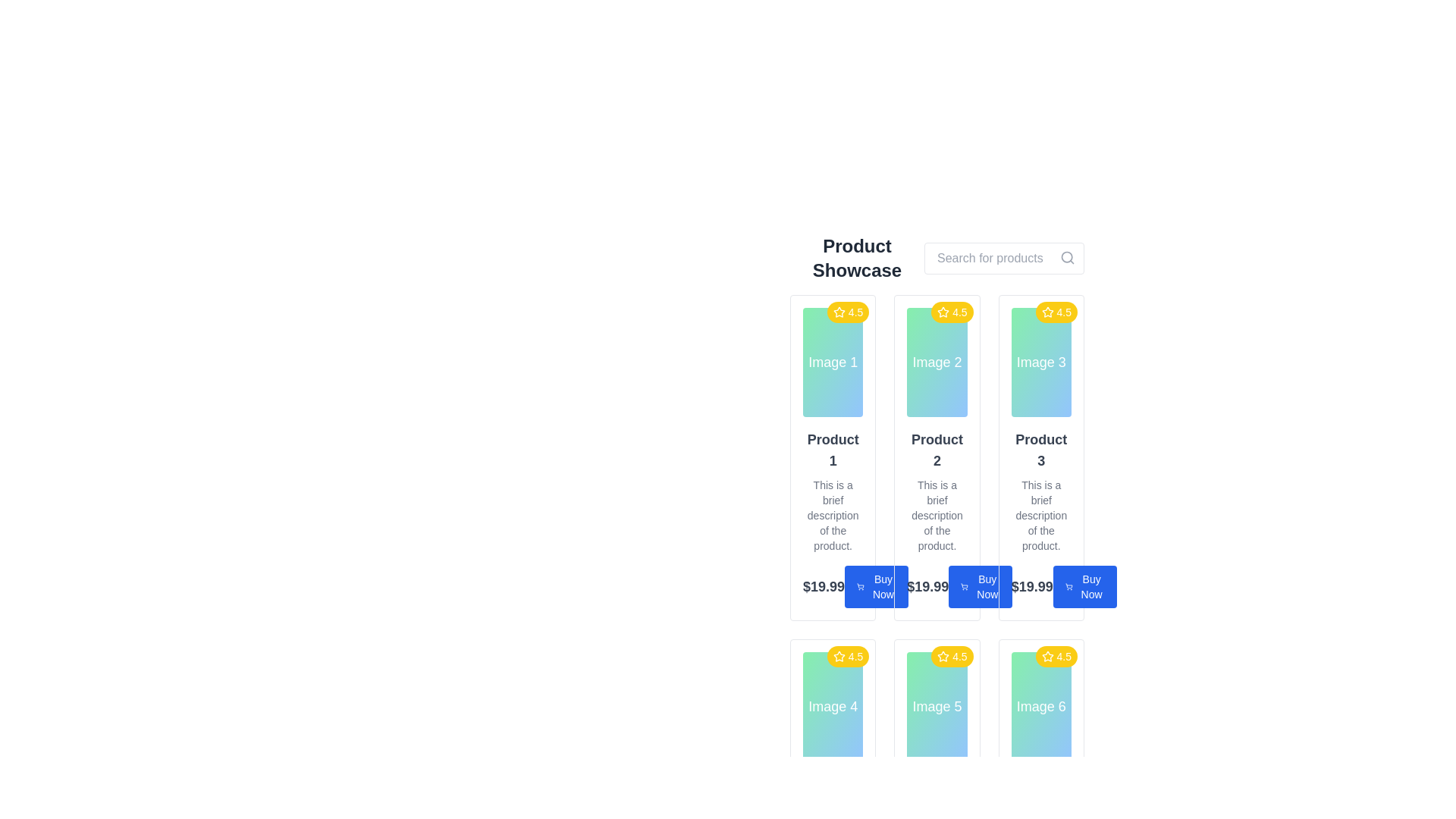  What do you see at coordinates (1040, 450) in the screenshot?
I see `text label displaying 'Product 3' in bold gray font located below the 'Image 3' section in the product showcase grid` at bounding box center [1040, 450].